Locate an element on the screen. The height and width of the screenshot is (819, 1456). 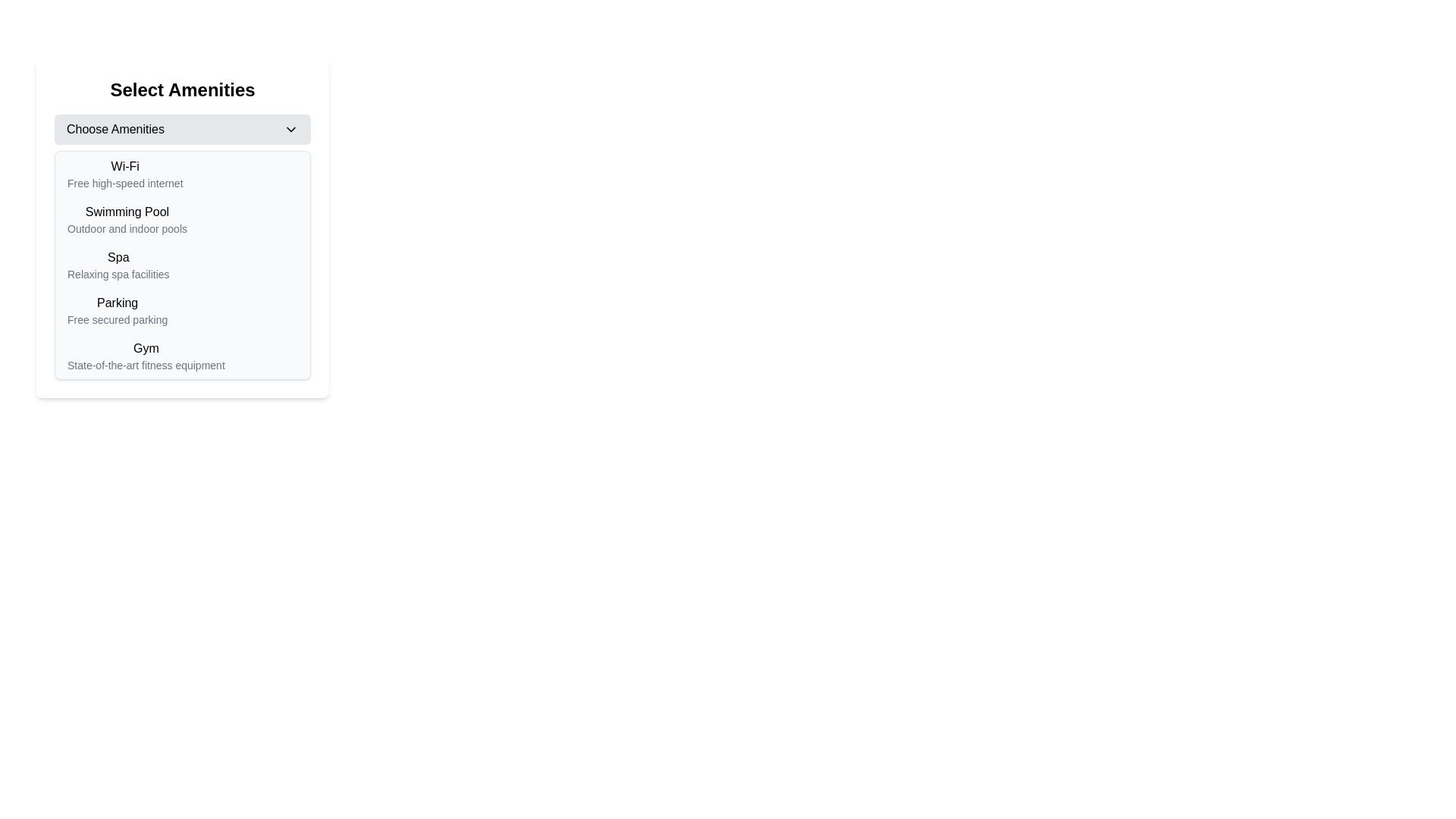
the non-interactive text label providing additional information about the 'Spa' amenity located directly under the 'Spa' label in the 'Select Amenities' list is located at coordinates (118, 275).